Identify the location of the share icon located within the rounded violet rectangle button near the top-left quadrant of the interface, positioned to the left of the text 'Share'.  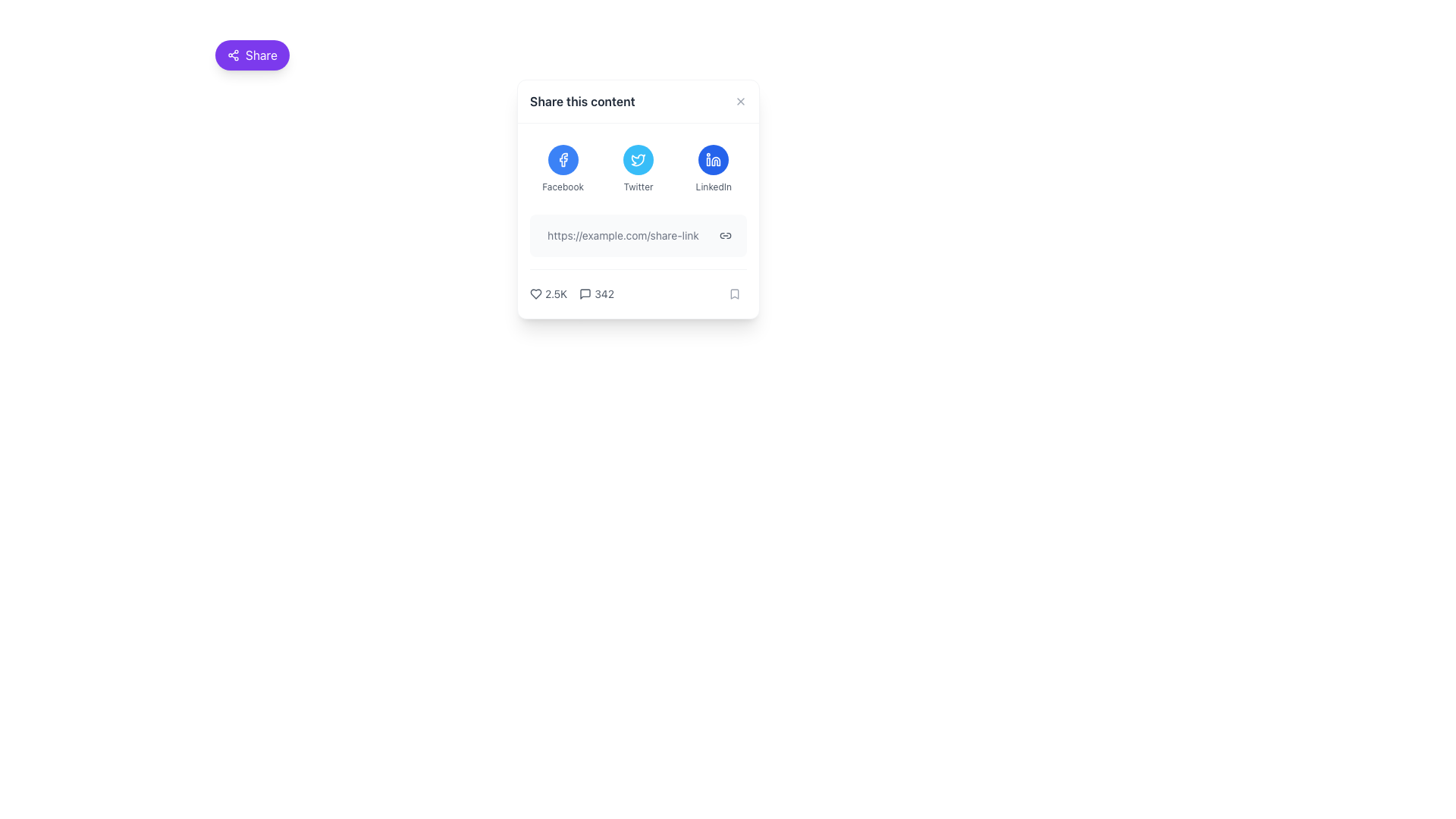
(232, 55).